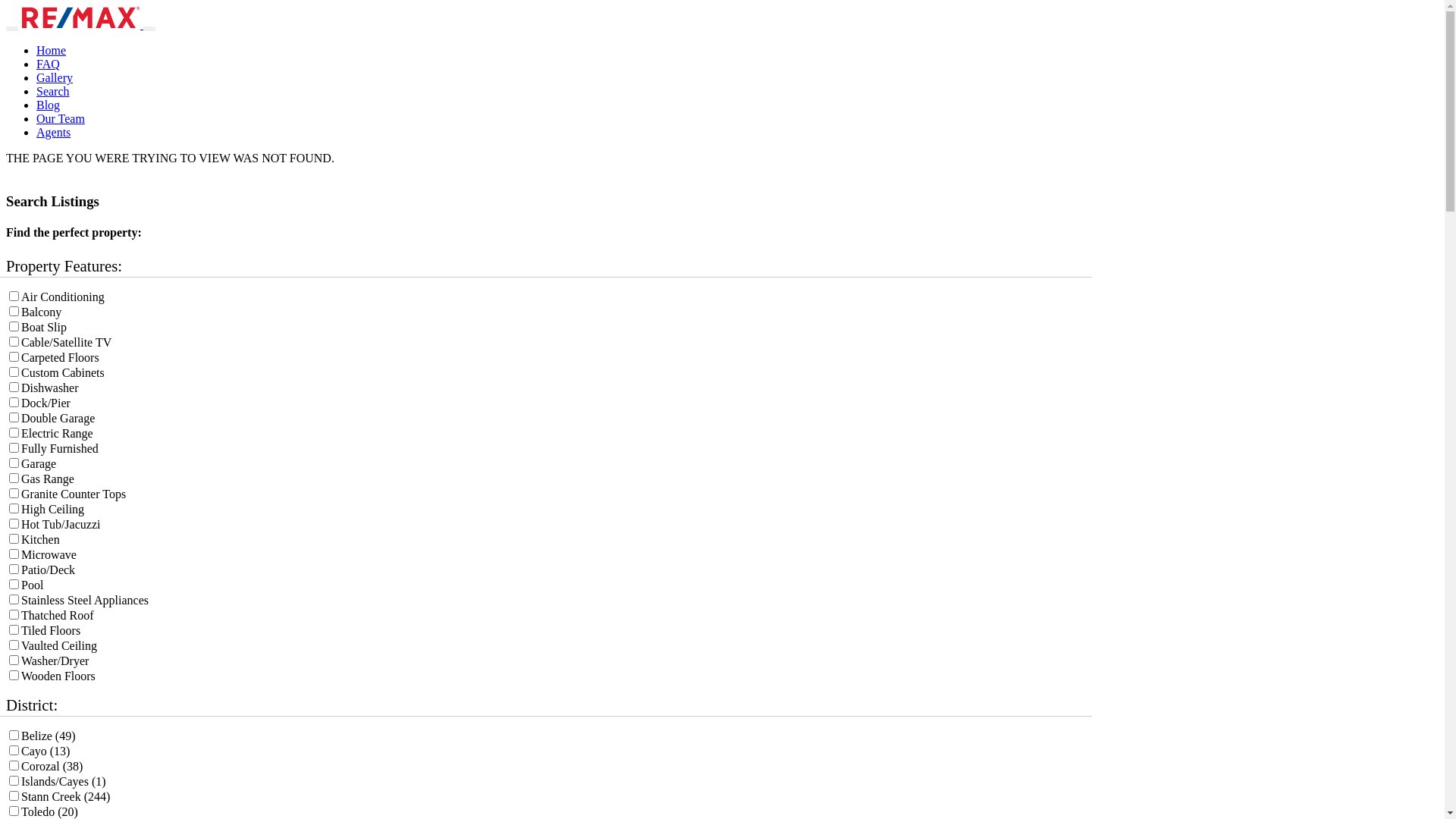  I want to click on 'FAQ', so click(48, 63).